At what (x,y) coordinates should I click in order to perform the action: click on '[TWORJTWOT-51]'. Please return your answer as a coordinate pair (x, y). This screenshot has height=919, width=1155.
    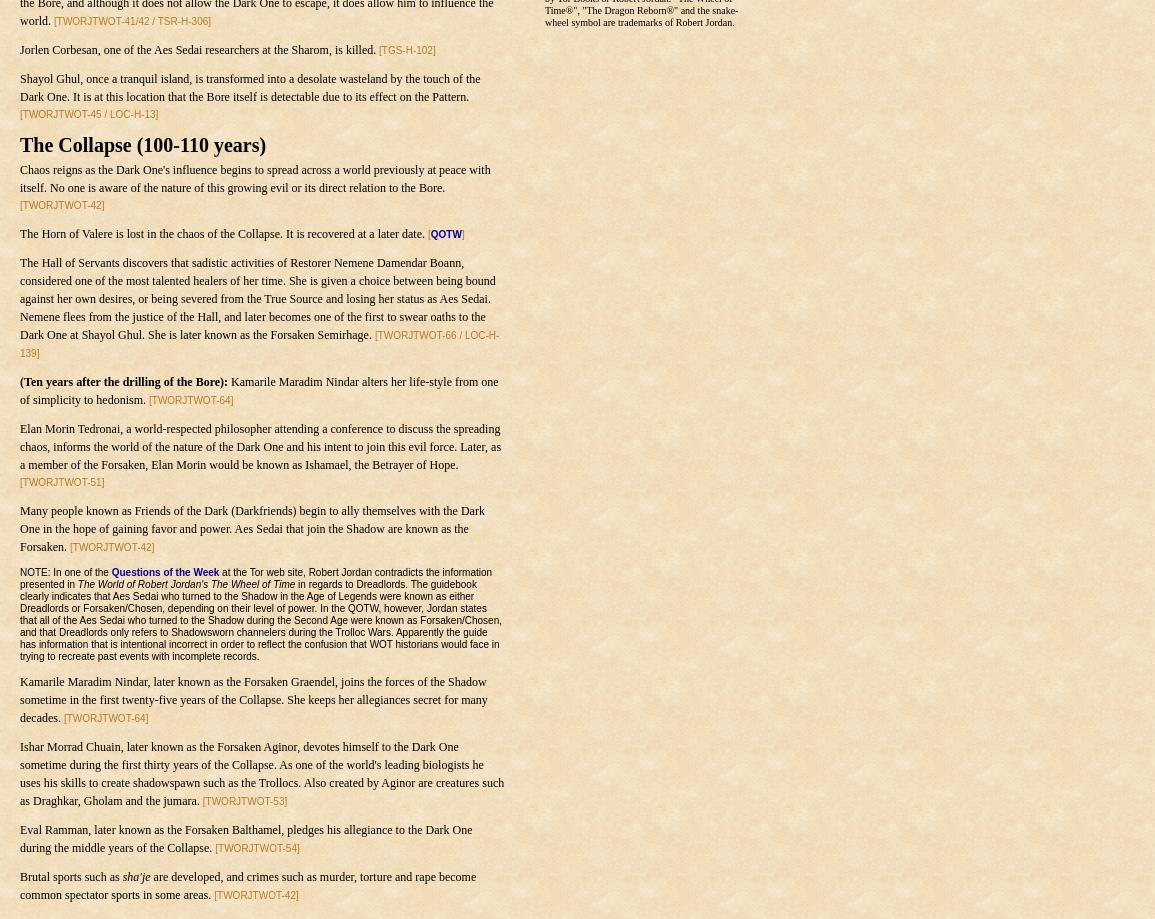
    Looking at the image, I should click on (61, 481).